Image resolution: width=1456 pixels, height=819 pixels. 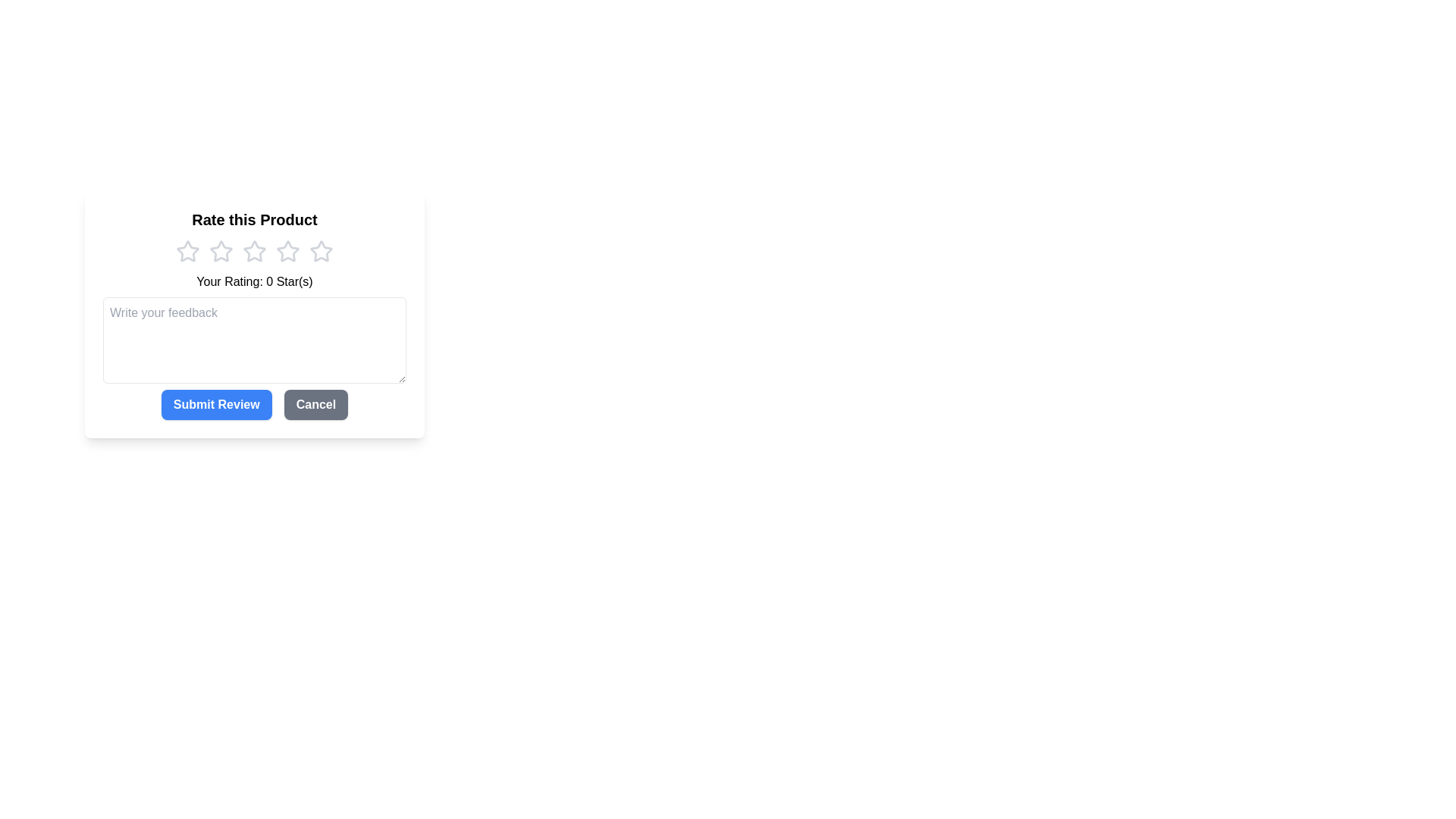 I want to click on the third star-shaped rating icon in the row of five using the keyboard for focus, so click(x=287, y=250).